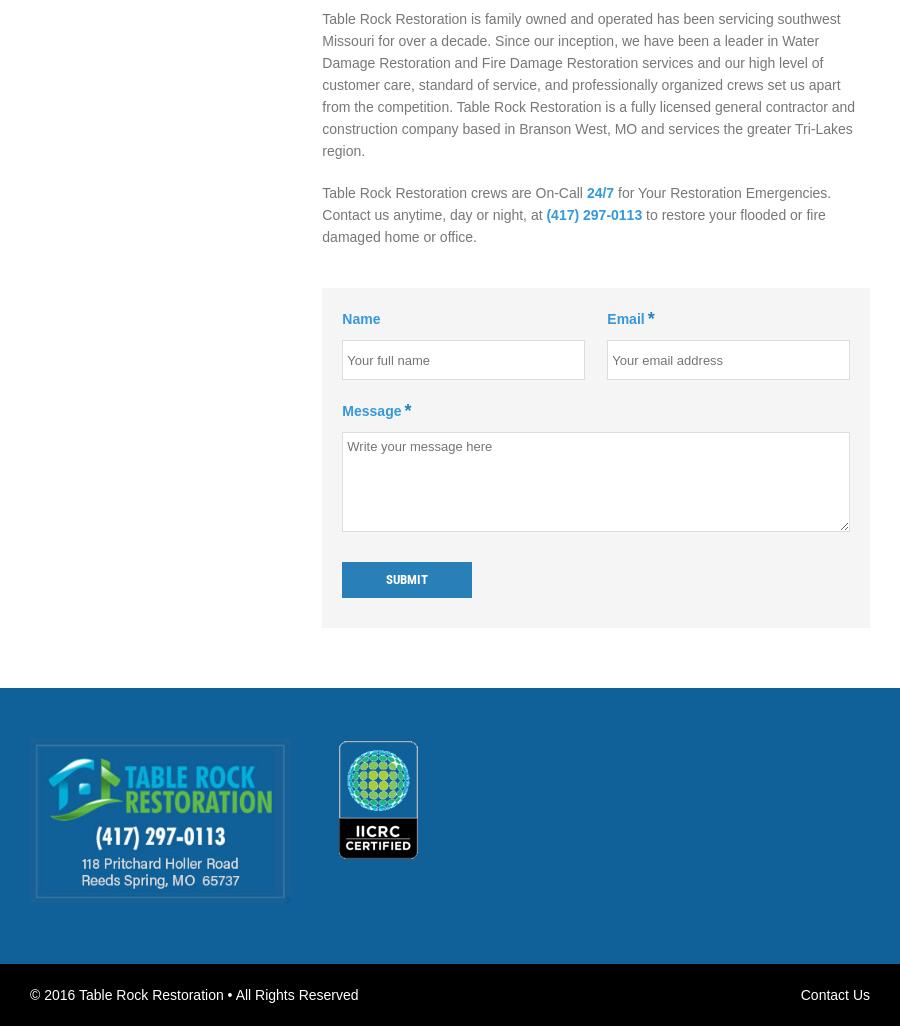 The width and height of the screenshot is (900, 1026). Describe the element at coordinates (594, 215) in the screenshot. I see `'(417) 297-0113'` at that location.